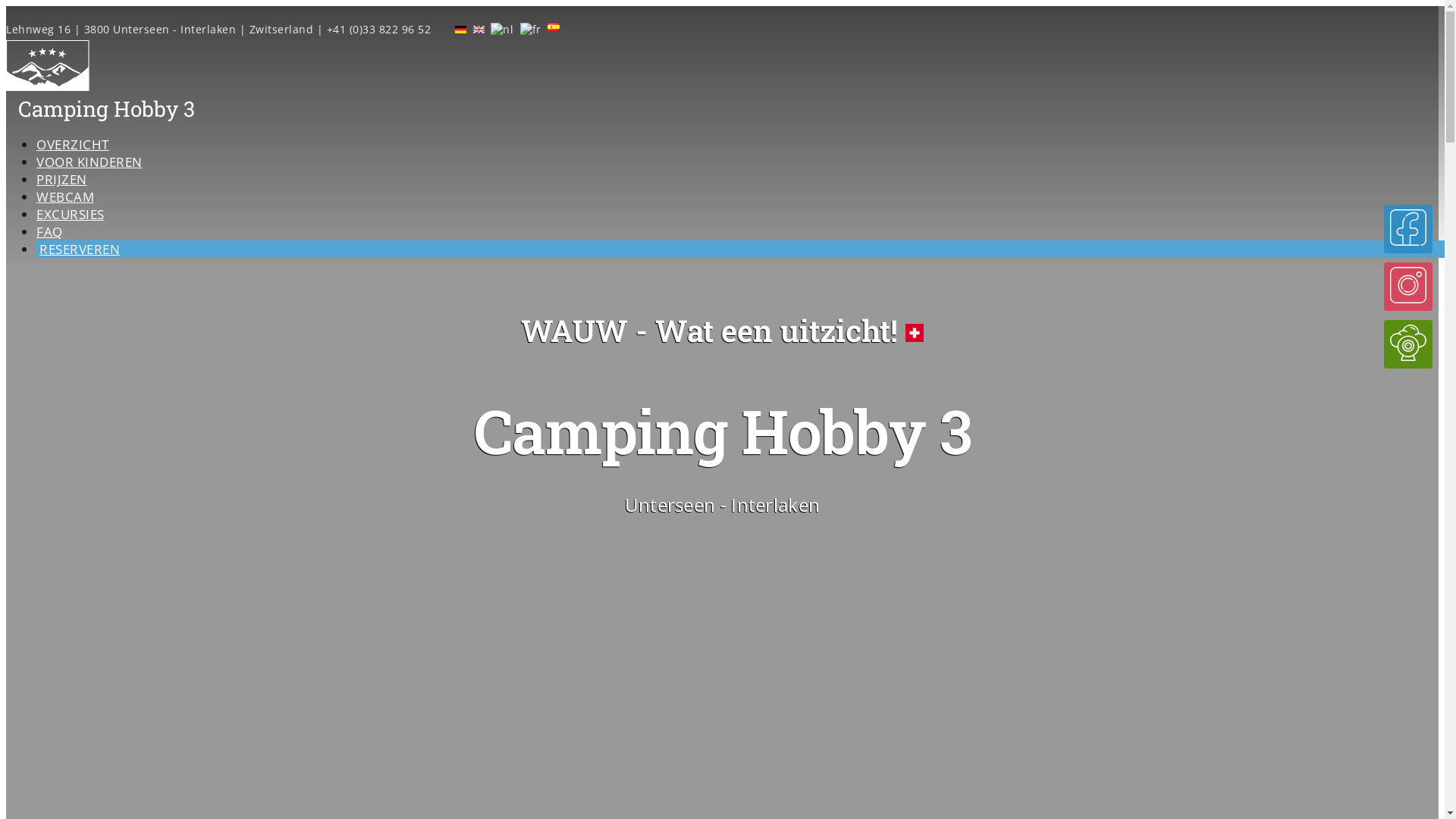 The image size is (1456, 819). I want to click on 'EXCURSIES', so click(69, 214).